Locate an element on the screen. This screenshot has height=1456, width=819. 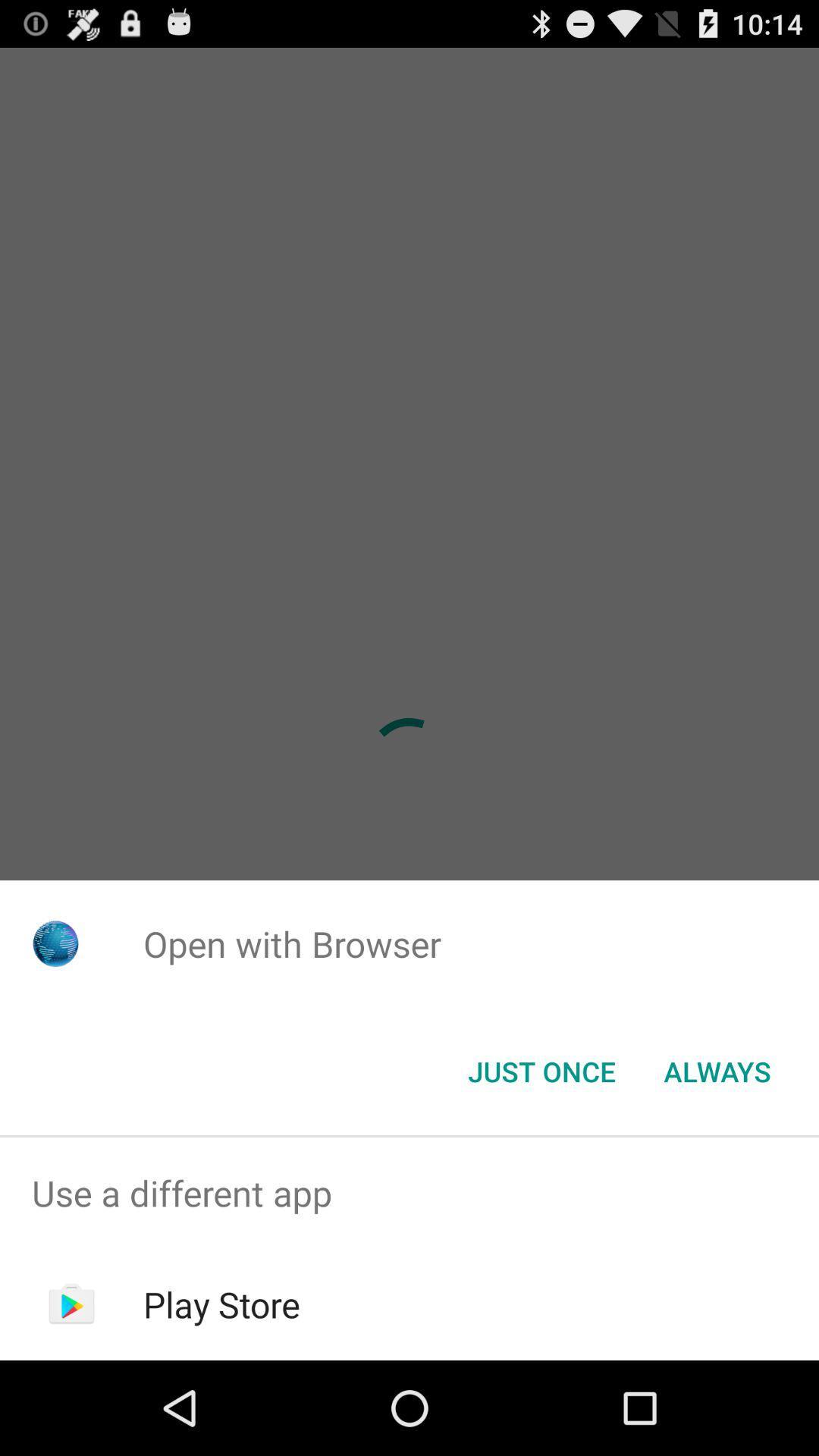
the button at the bottom right corner is located at coordinates (717, 1070).